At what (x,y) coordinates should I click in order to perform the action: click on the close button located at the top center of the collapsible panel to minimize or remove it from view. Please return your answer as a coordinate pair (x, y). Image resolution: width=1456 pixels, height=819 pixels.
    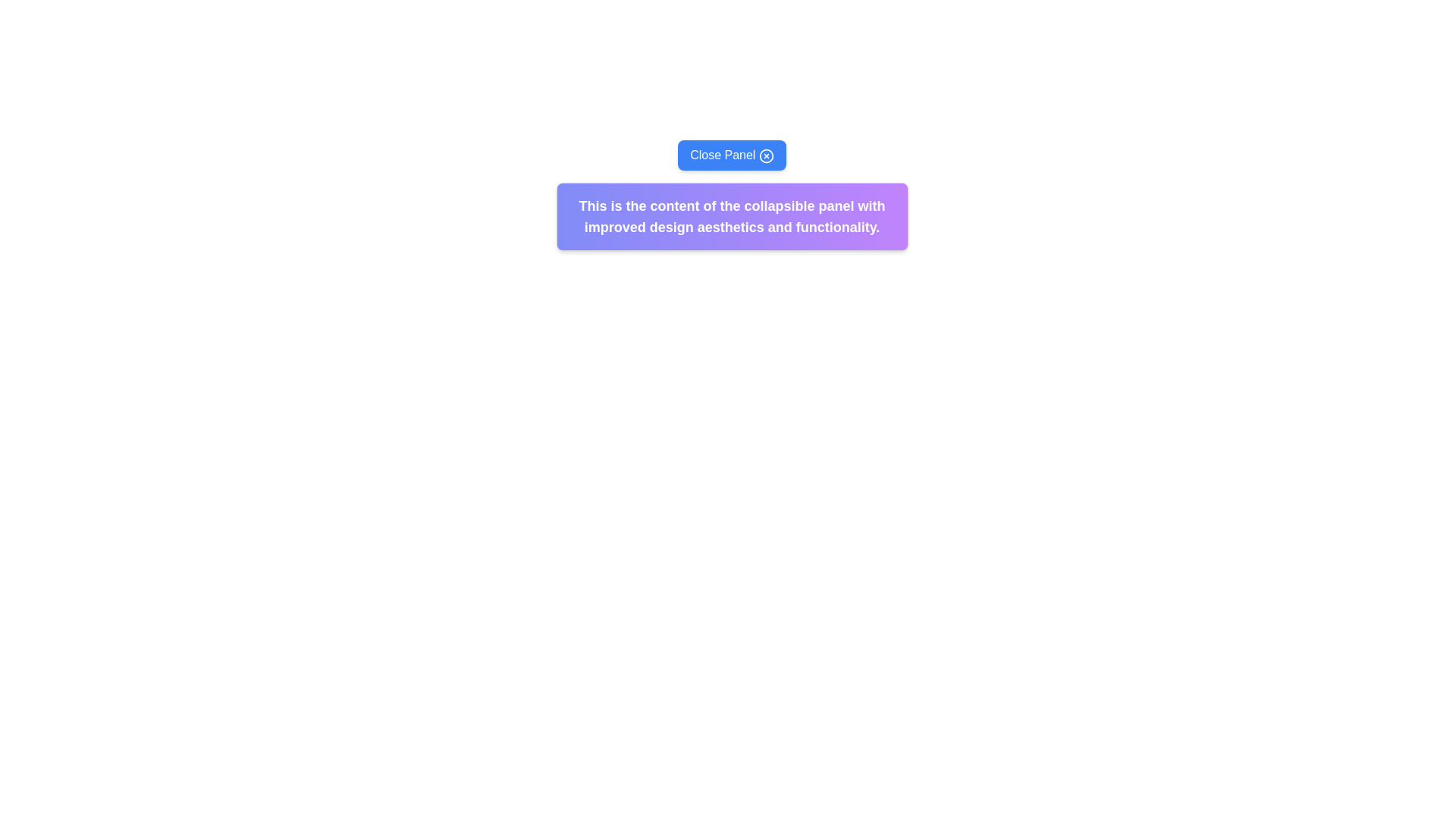
    Looking at the image, I should click on (732, 155).